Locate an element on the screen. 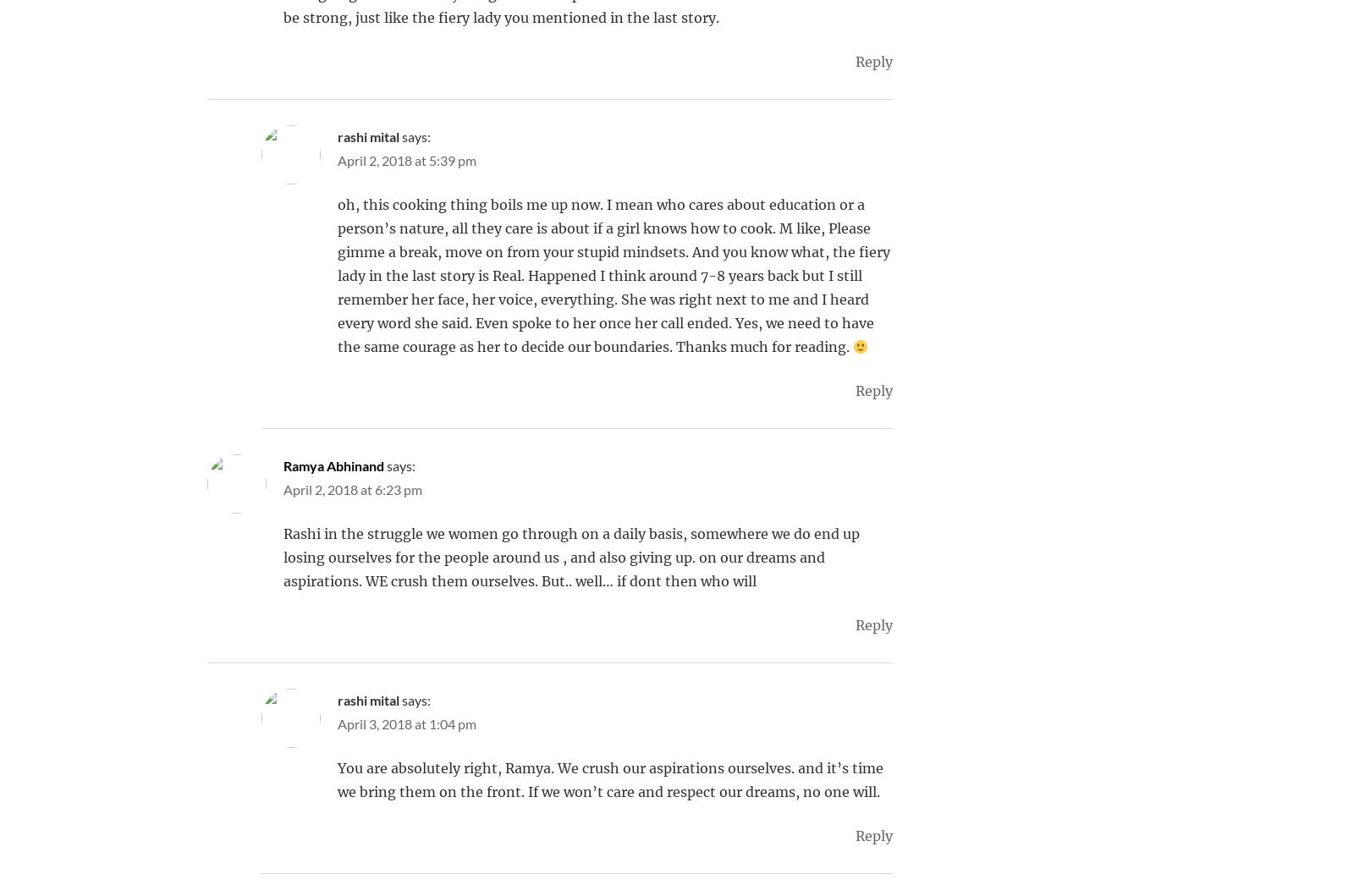 The width and height of the screenshot is (1354, 896). 'April 2, 2018 at 6:23 pm' is located at coordinates (283, 488).